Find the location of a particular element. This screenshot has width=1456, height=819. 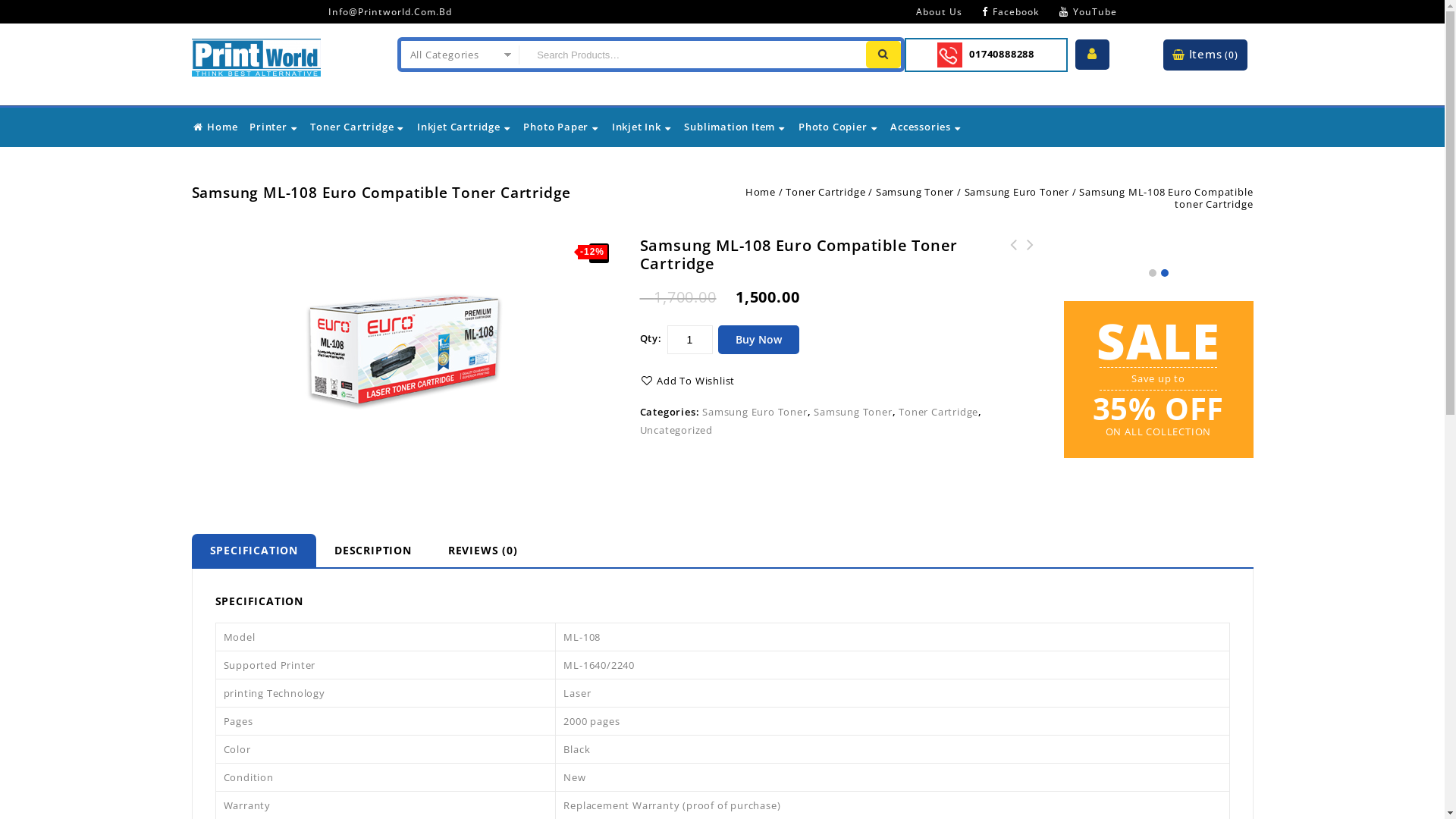

'Qty' is located at coordinates (689, 338).